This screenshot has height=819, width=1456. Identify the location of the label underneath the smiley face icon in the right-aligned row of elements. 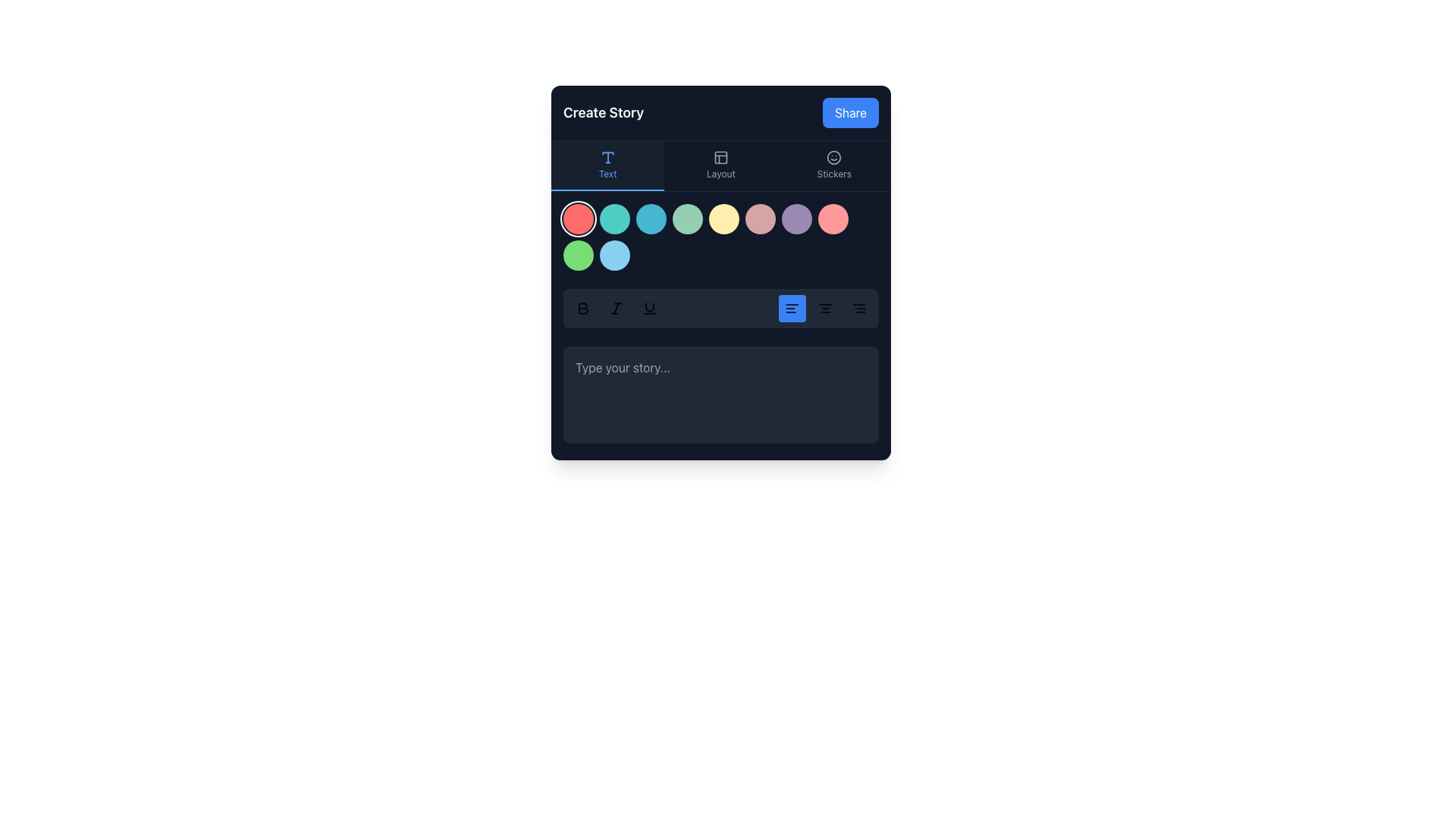
(833, 174).